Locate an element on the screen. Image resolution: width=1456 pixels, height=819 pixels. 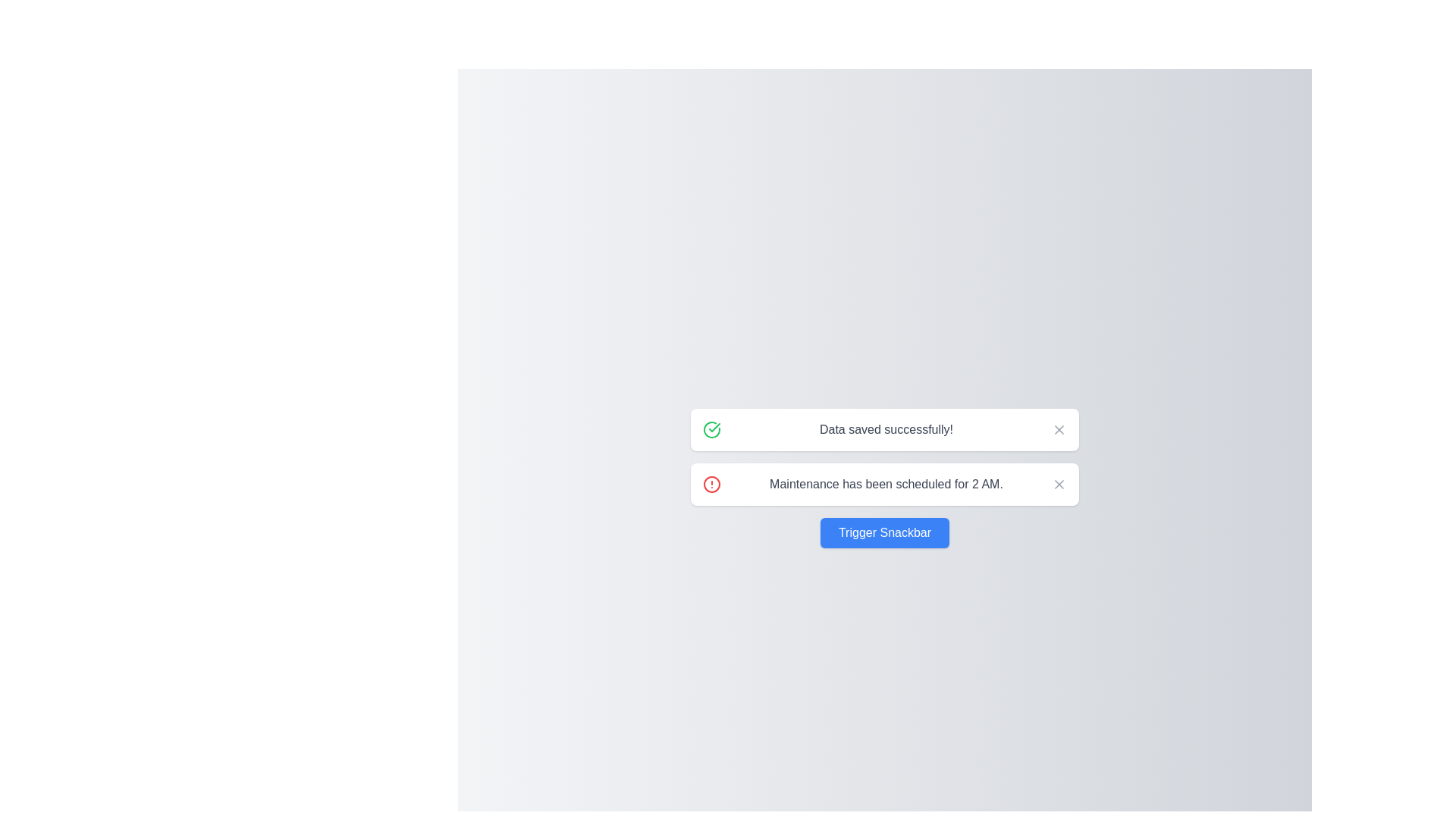
the close button of the snackbar with message 'Data saved successfully!' is located at coordinates (1058, 430).